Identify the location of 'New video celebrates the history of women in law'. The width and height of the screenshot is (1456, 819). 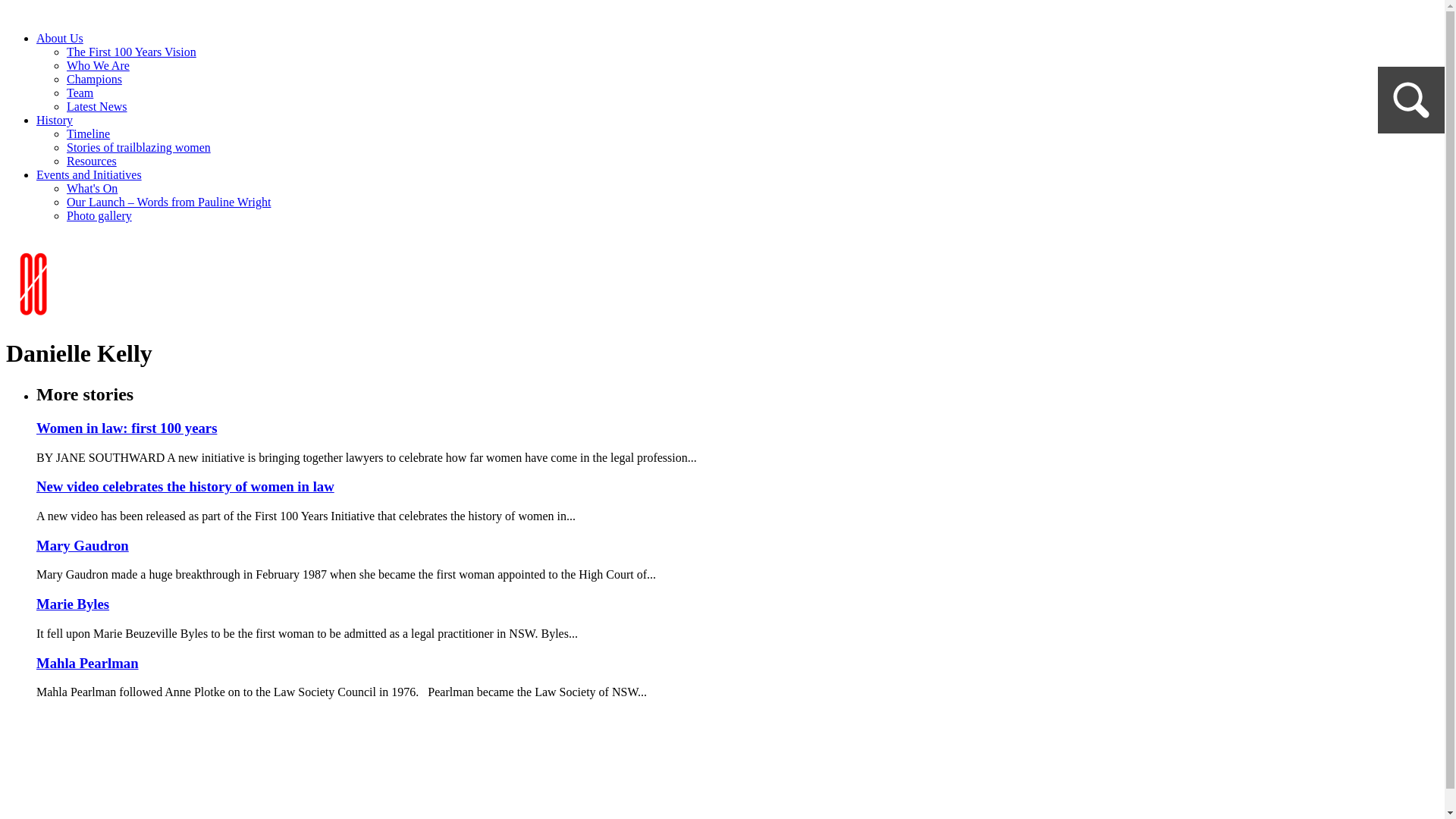
(184, 486).